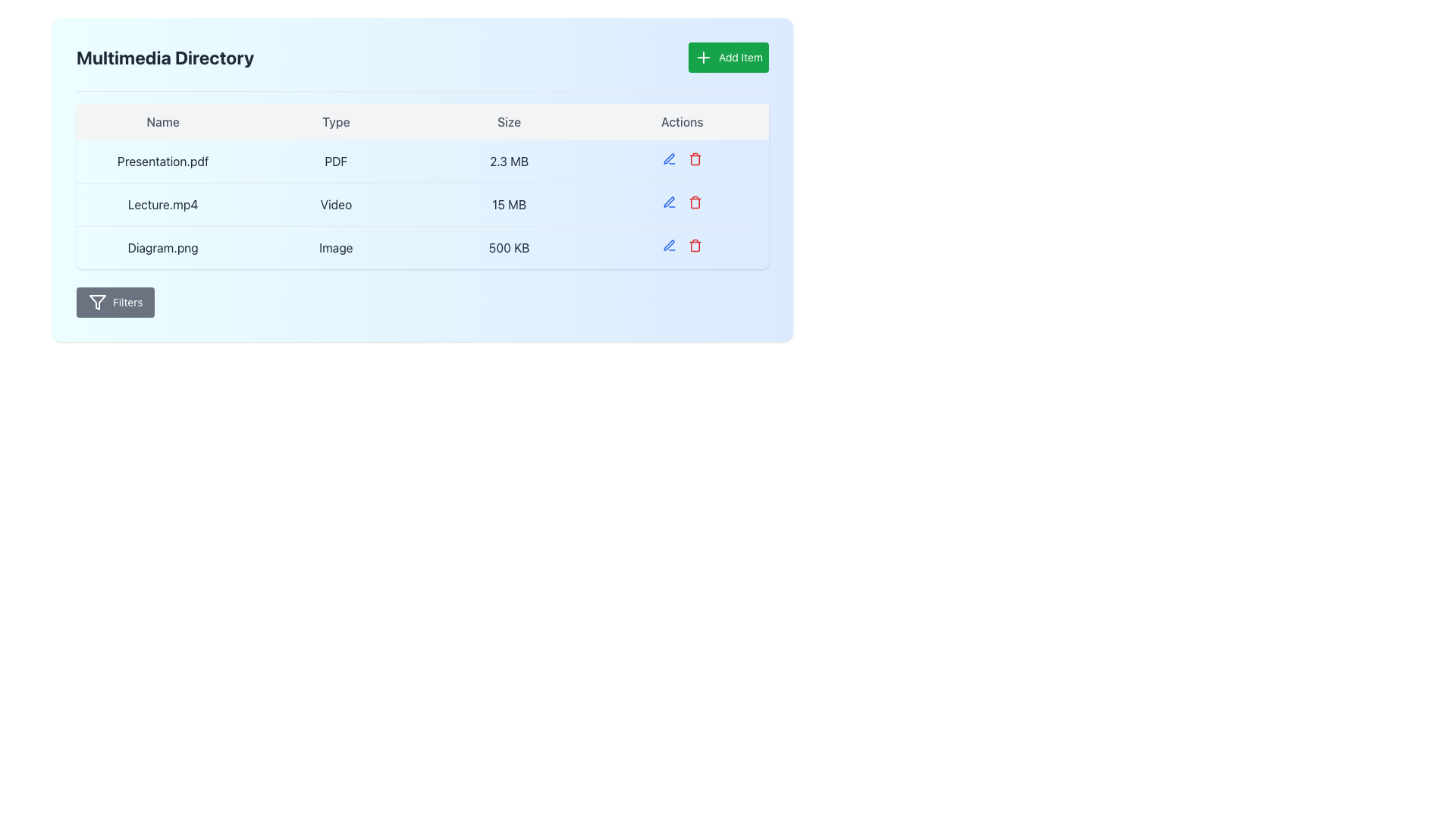 Image resolution: width=1456 pixels, height=819 pixels. What do you see at coordinates (422, 205) in the screenshot?
I see `the second row of the table containing 'Lecture.mp4', 'Video', '15 MB', and action icons` at bounding box center [422, 205].